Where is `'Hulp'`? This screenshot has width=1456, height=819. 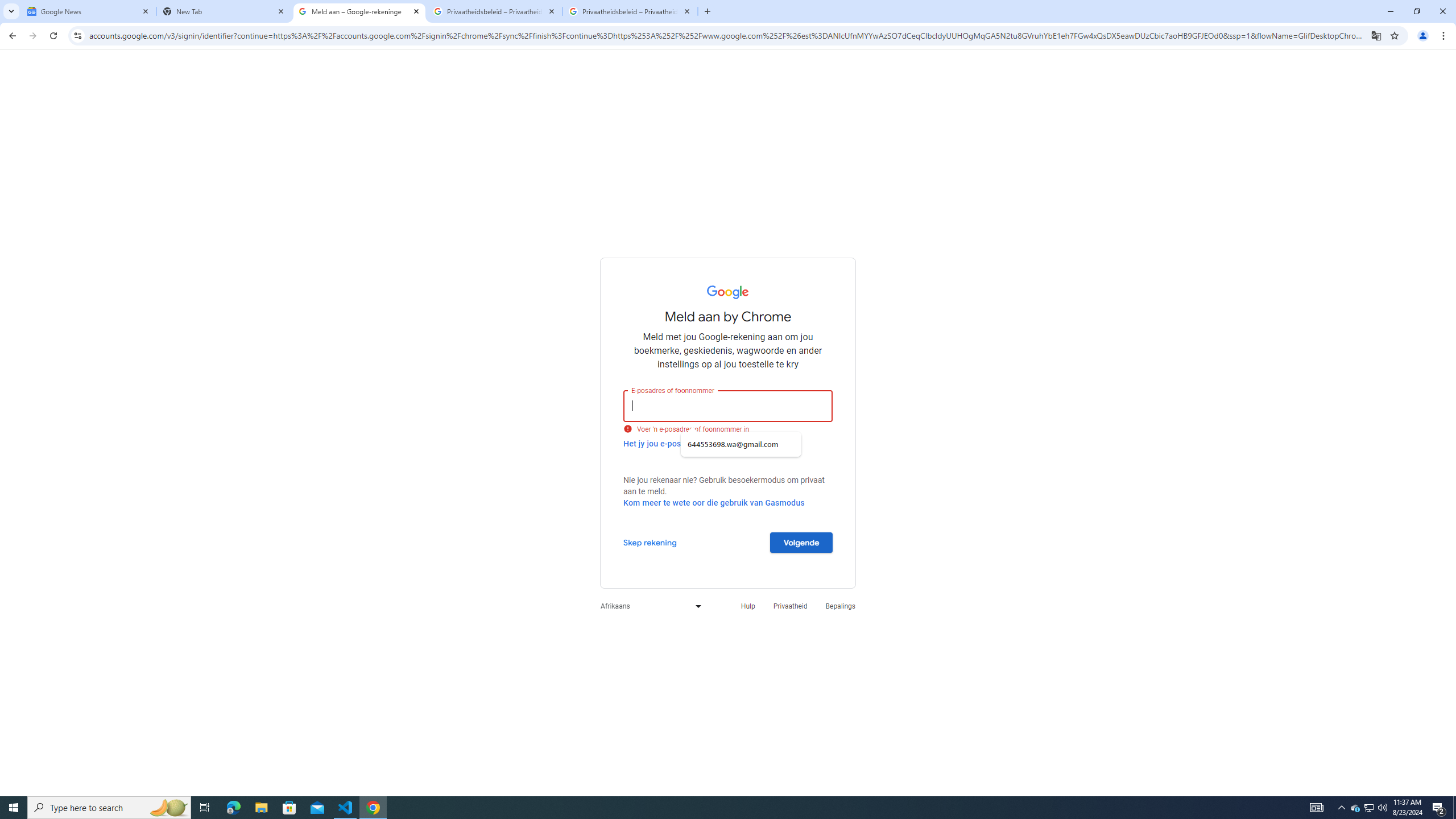 'Hulp' is located at coordinates (747, 605).